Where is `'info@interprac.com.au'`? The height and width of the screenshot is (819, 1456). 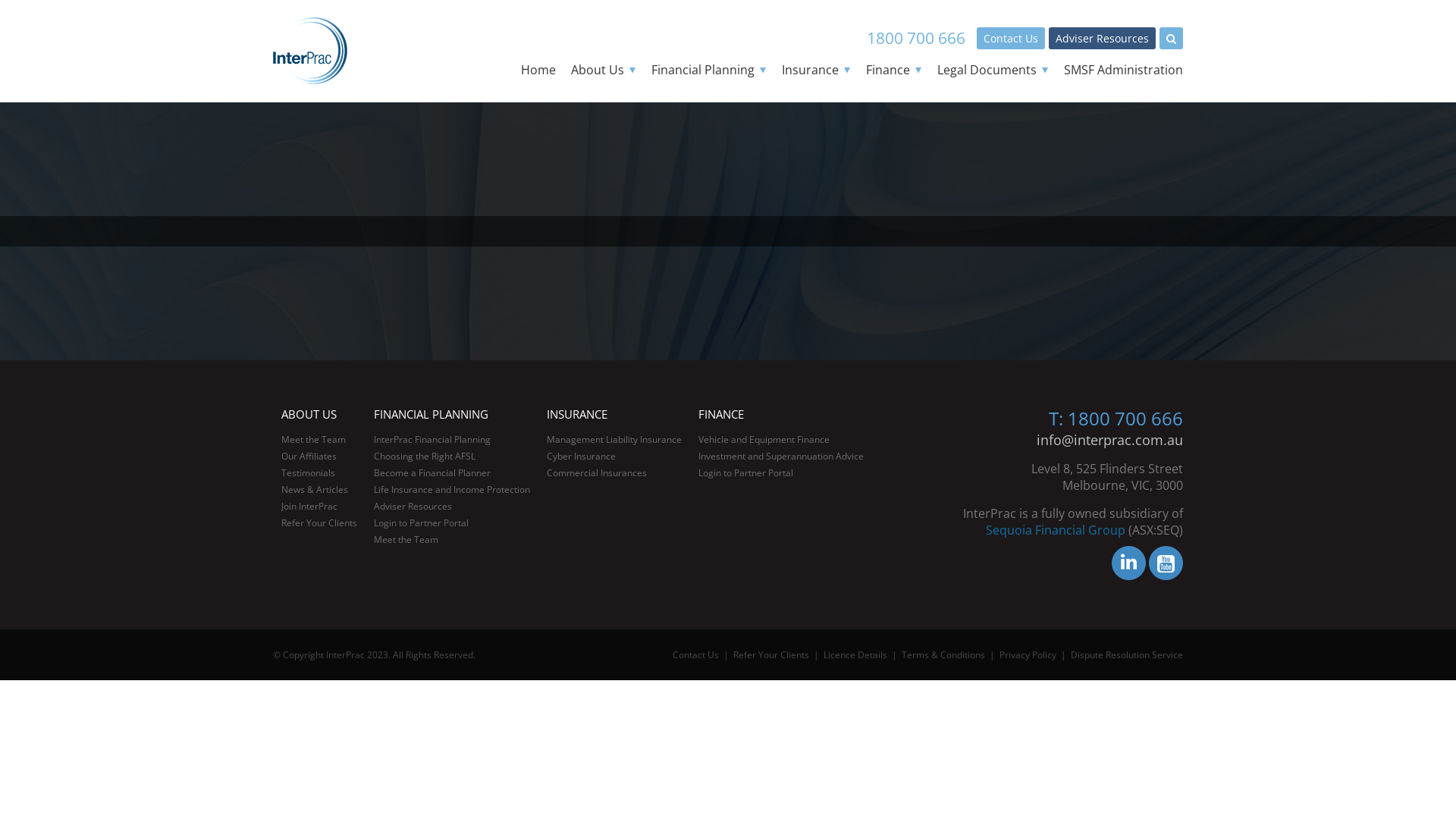
'info@interprac.com.au' is located at coordinates (1109, 439).